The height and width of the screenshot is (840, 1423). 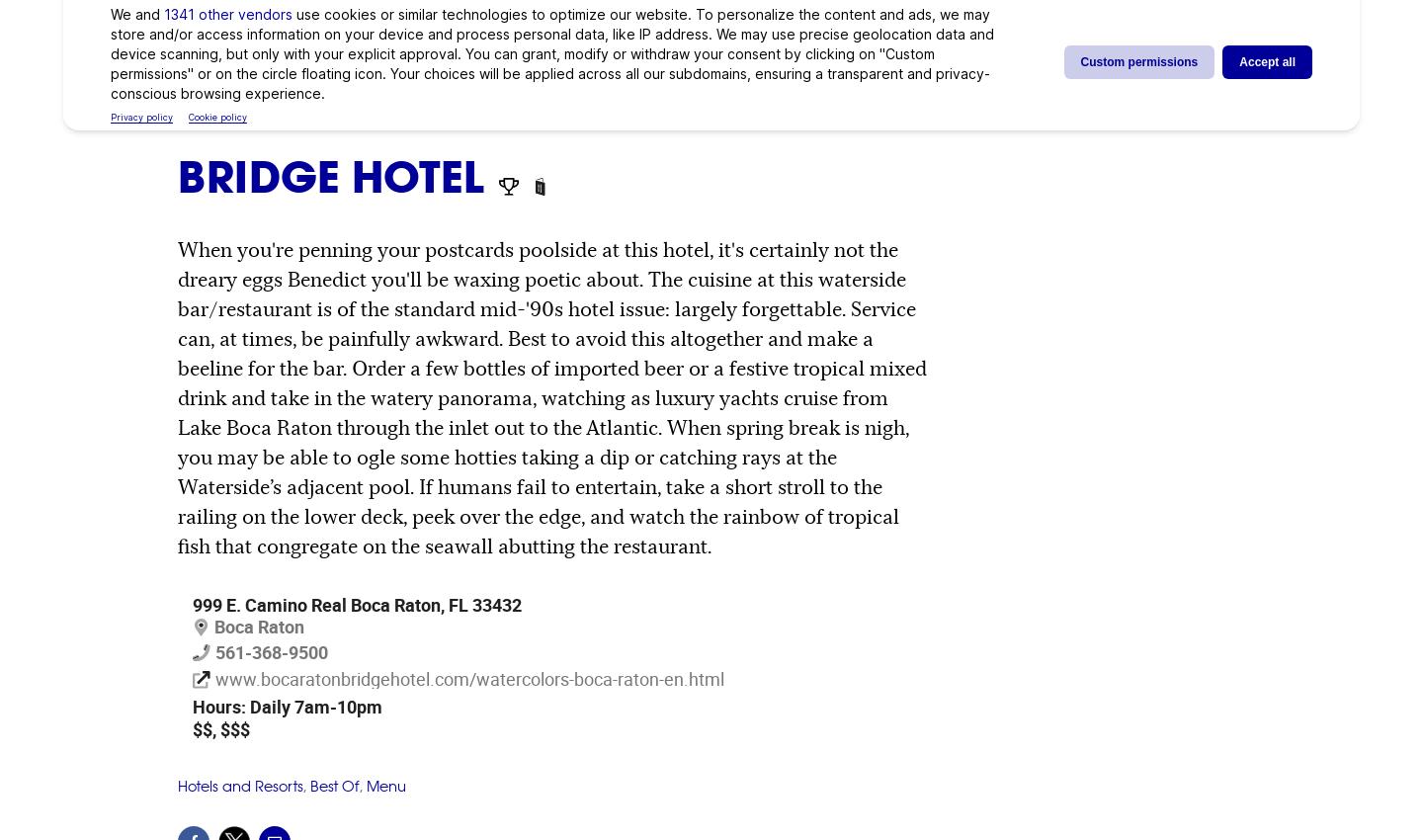 What do you see at coordinates (310, 785) in the screenshot?
I see `'Best Of'` at bounding box center [310, 785].